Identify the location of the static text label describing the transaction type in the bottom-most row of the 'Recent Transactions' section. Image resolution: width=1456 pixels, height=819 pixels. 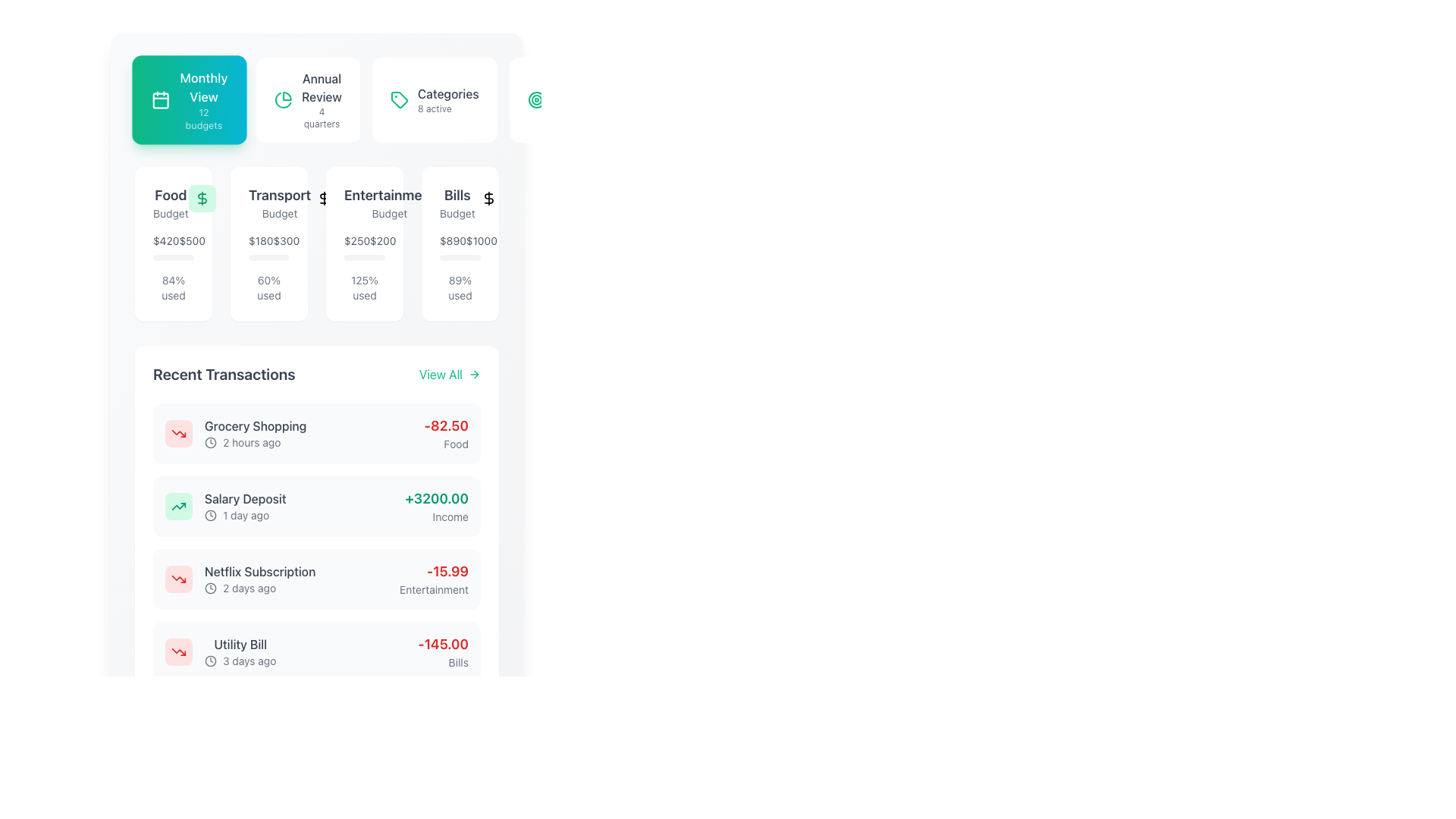
(240, 644).